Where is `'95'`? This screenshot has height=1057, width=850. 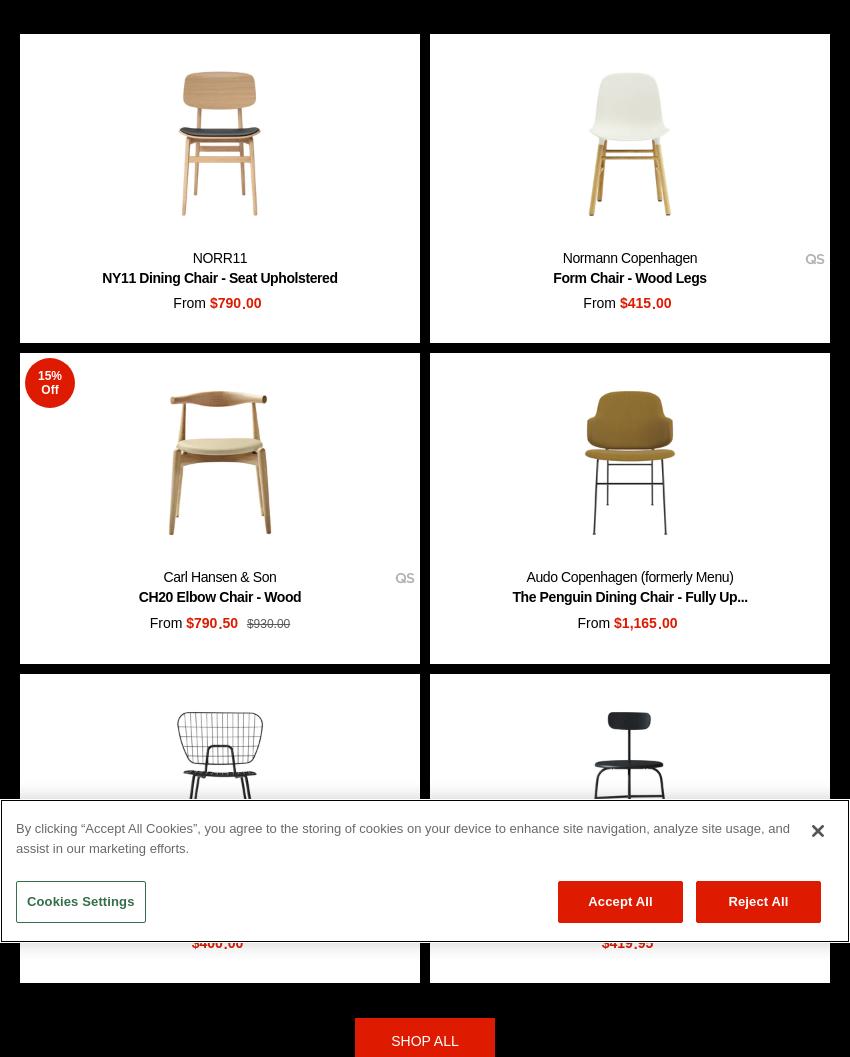 '95' is located at coordinates (644, 941).